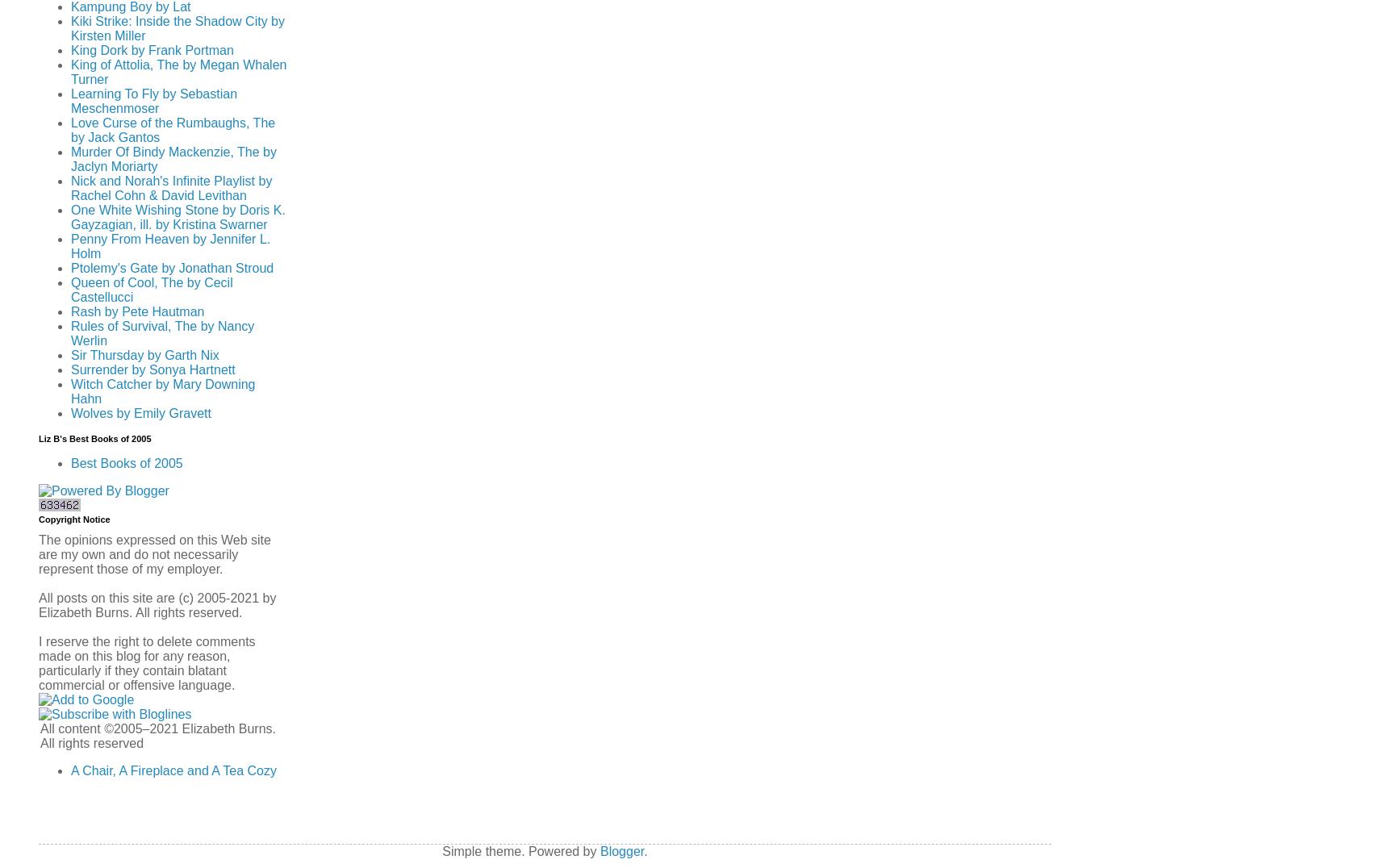 The width and height of the screenshot is (1379, 868). I want to click on 'Learning To Fly by Sebastian Meschenmoser', so click(70, 100).